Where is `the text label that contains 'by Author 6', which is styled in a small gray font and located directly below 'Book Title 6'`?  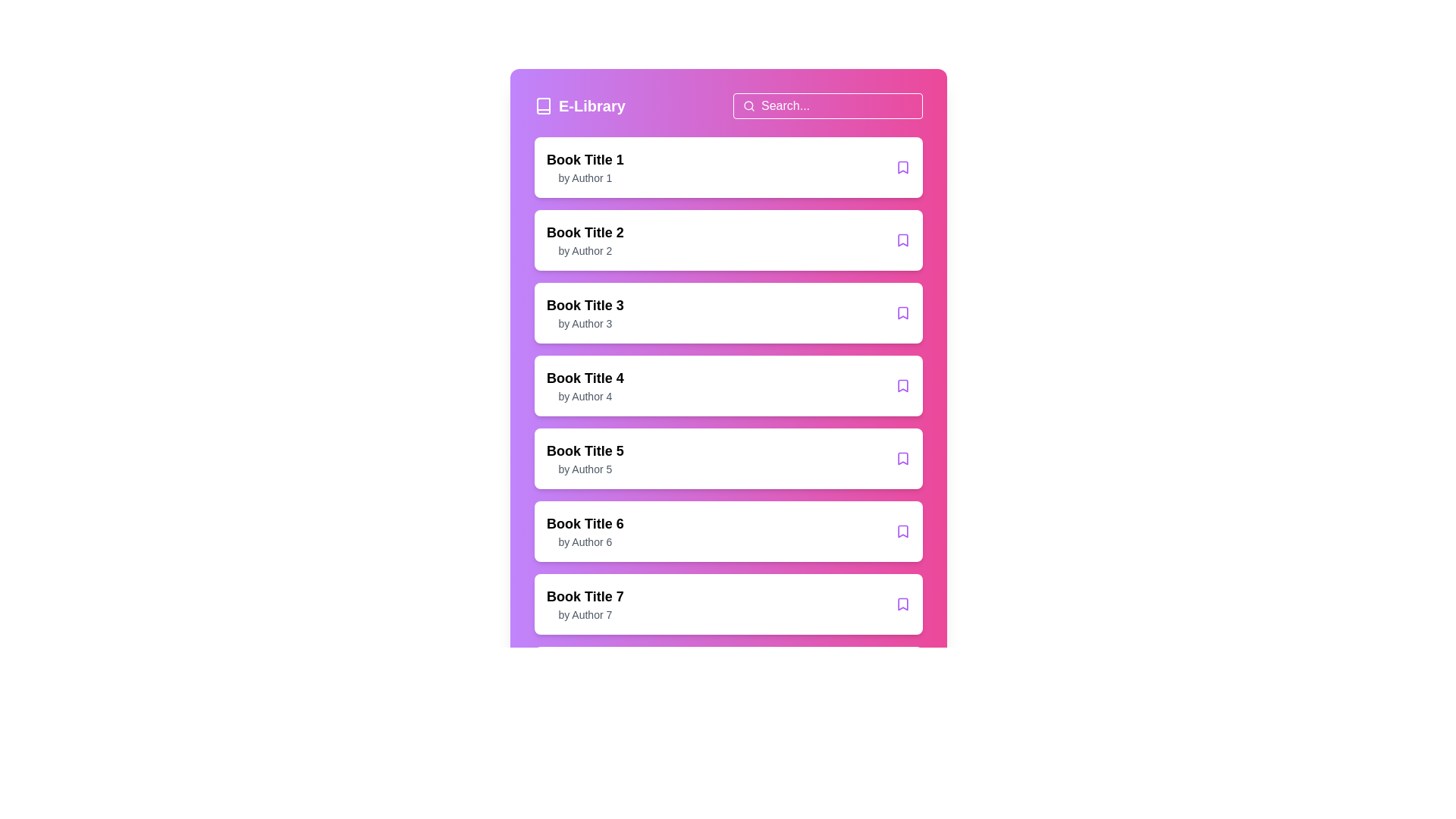 the text label that contains 'by Author 6', which is styled in a small gray font and located directly below 'Book Title 6' is located at coordinates (584, 541).